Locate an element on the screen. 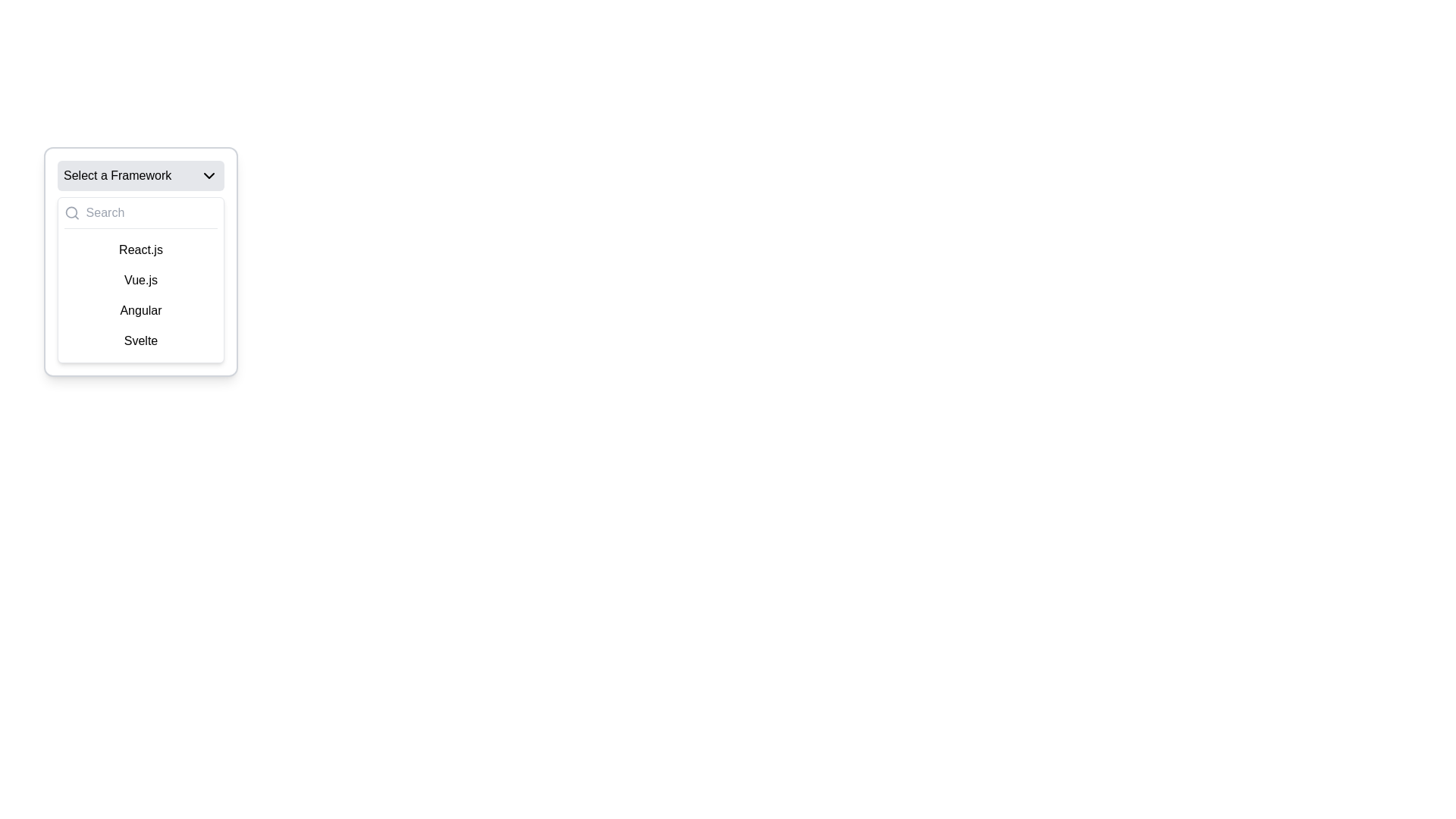 The image size is (1456, 819). the search input field located below the 'Select a Framework' dropdown to focus and type in it is located at coordinates (141, 216).